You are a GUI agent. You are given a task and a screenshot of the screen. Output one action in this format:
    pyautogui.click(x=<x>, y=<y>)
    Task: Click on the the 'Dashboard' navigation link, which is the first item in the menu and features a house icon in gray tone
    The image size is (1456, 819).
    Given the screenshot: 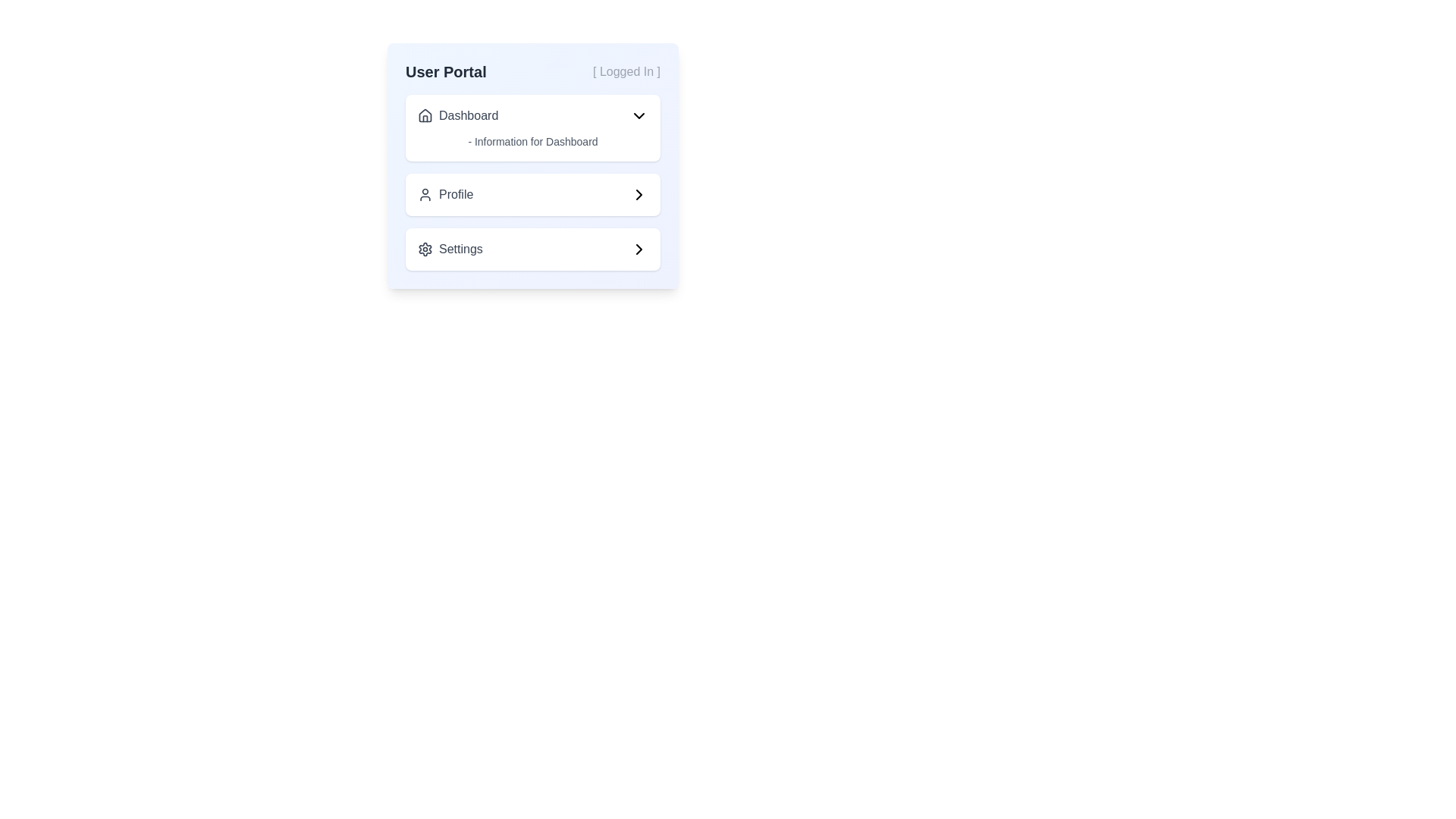 What is the action you would take?
    pyautogui.click(x=457, y=115)
    